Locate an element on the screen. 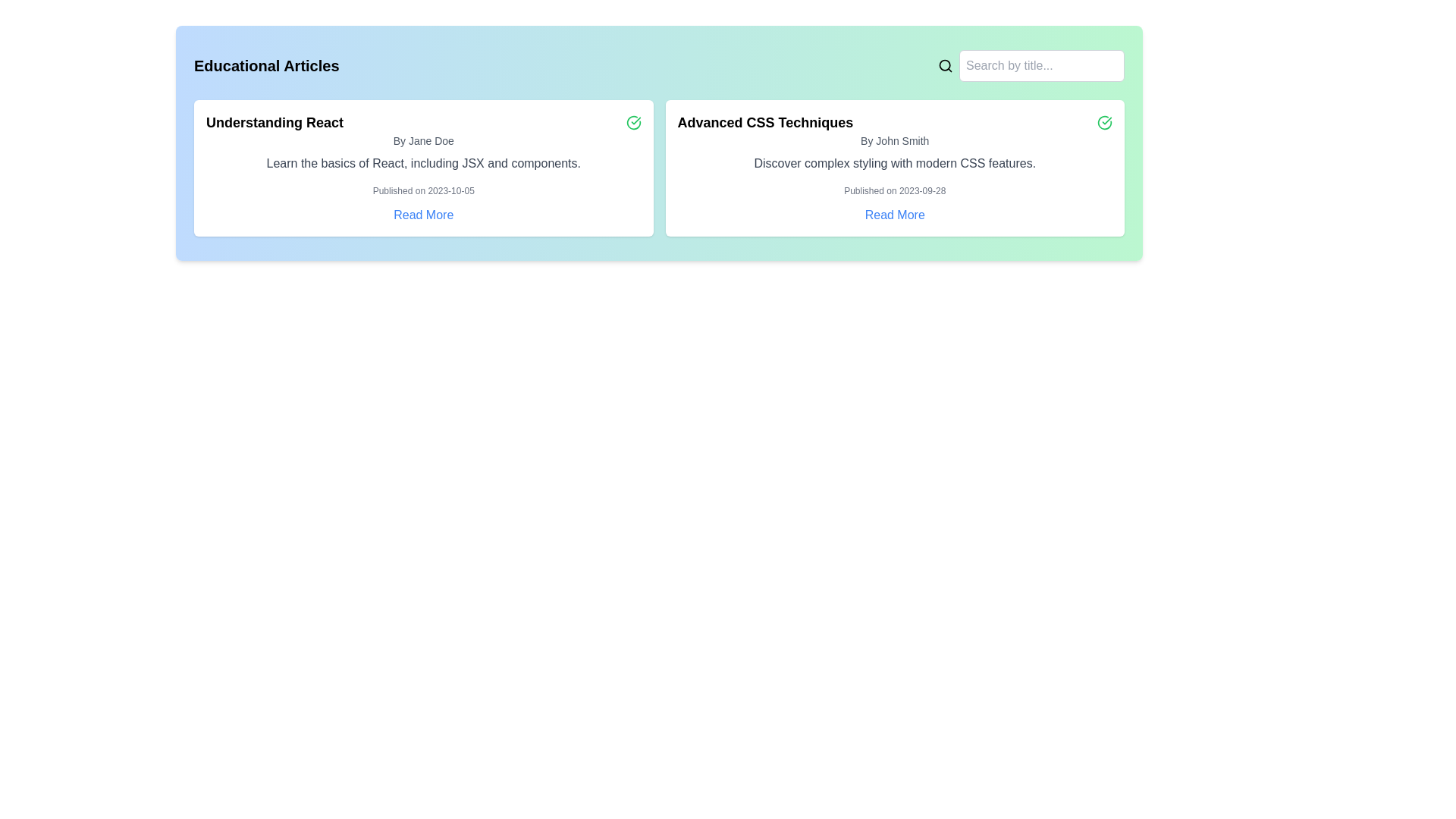  the Static Text element that provides a brief description or summary of the article's content, located in the second column of a two-column grid, below the author's name and above the publication date is located at coordinates (895, 164).